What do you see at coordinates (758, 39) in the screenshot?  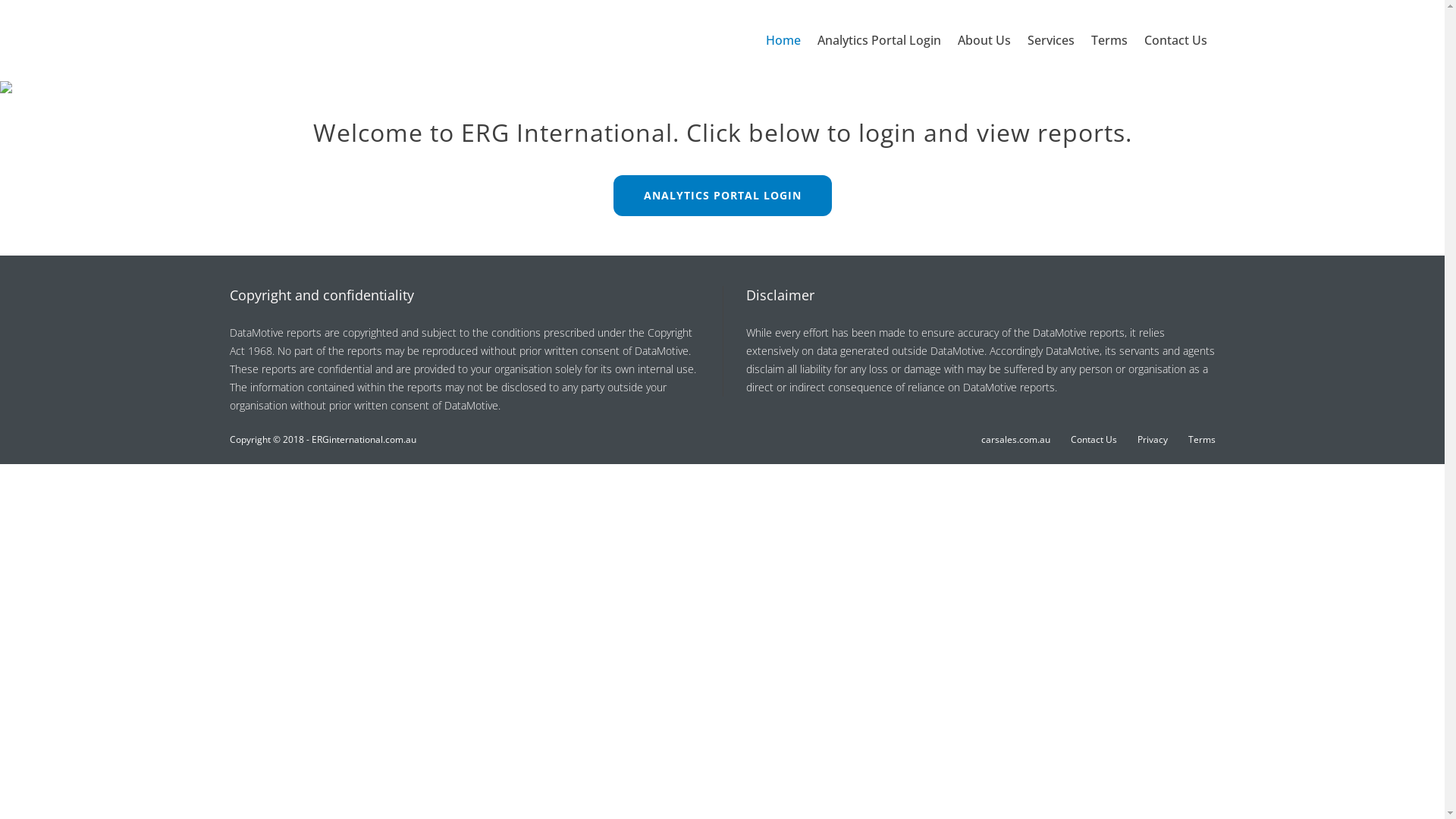 I see `'Home'` at bounding box center [758, 39].